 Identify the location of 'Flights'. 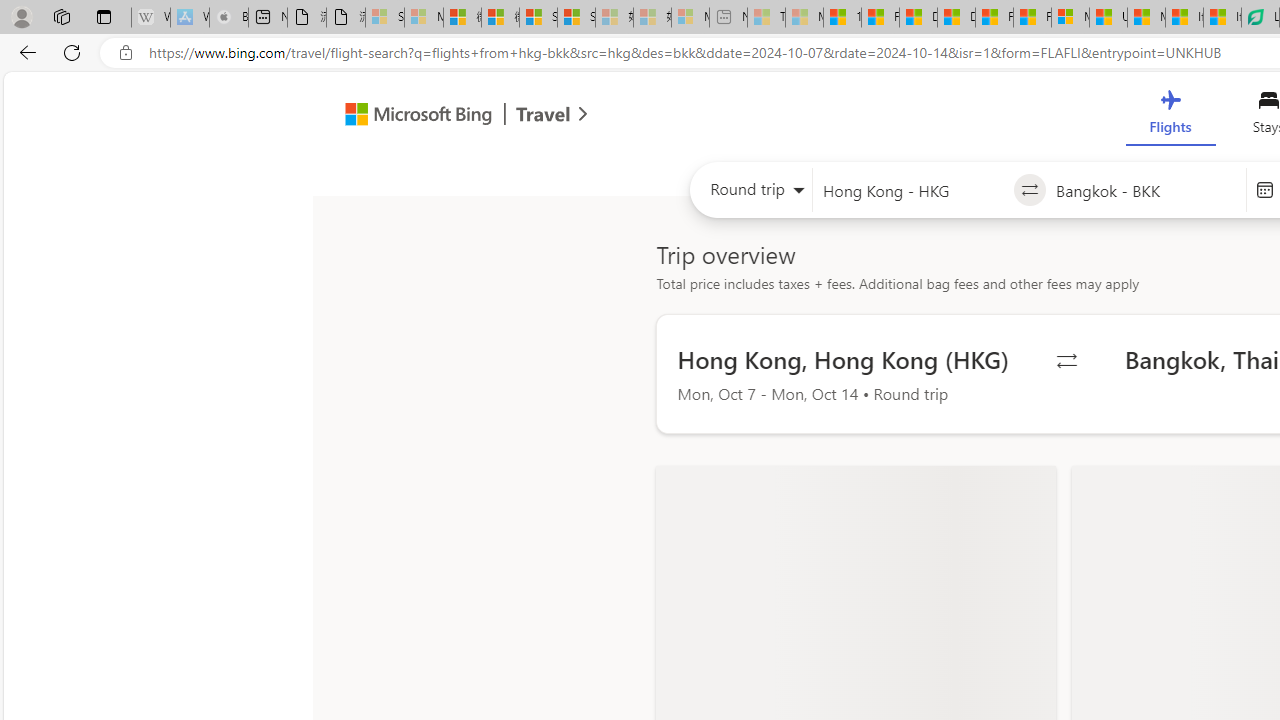
(1170, 117).